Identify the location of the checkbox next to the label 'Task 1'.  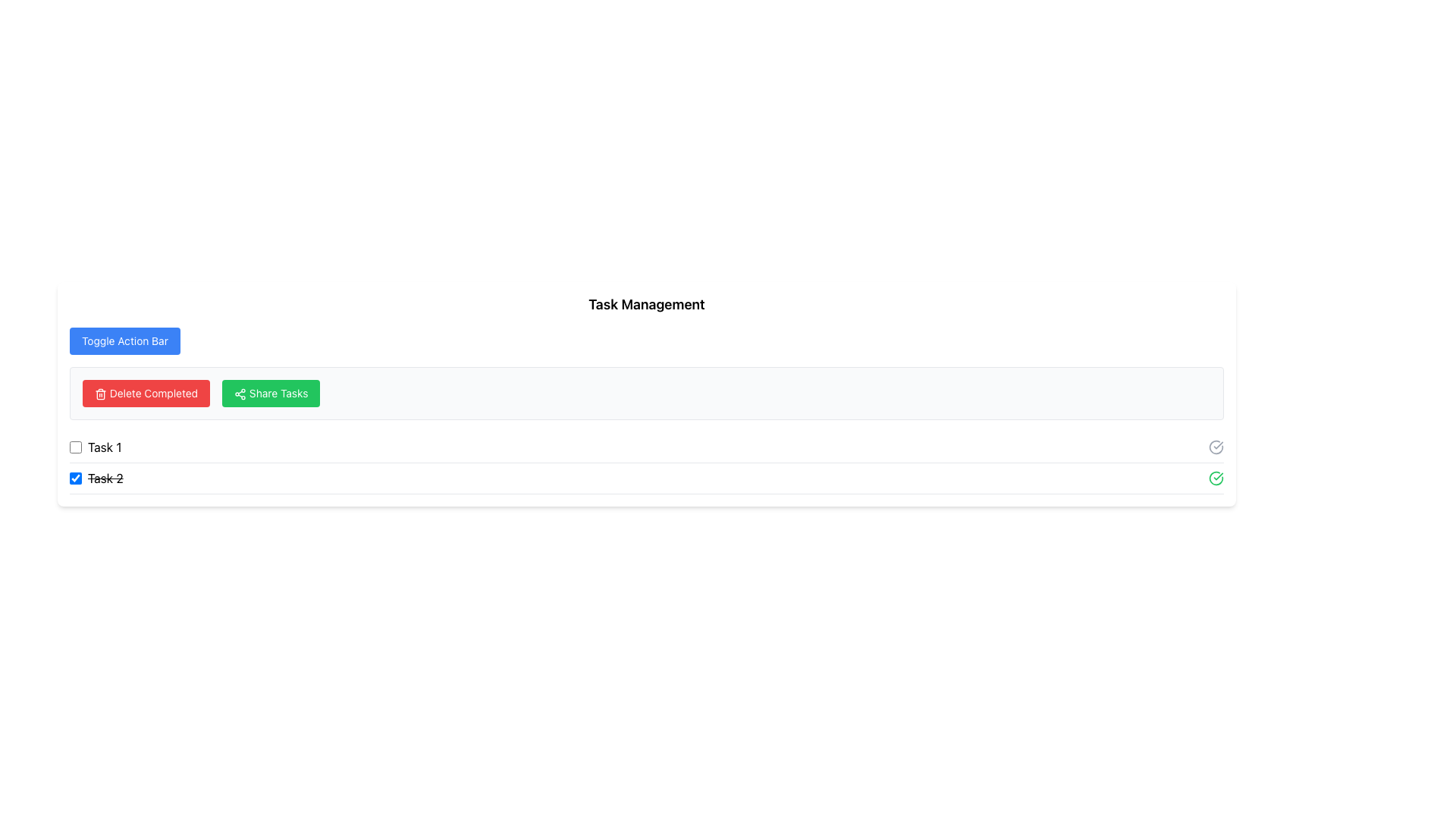
(95, 447).